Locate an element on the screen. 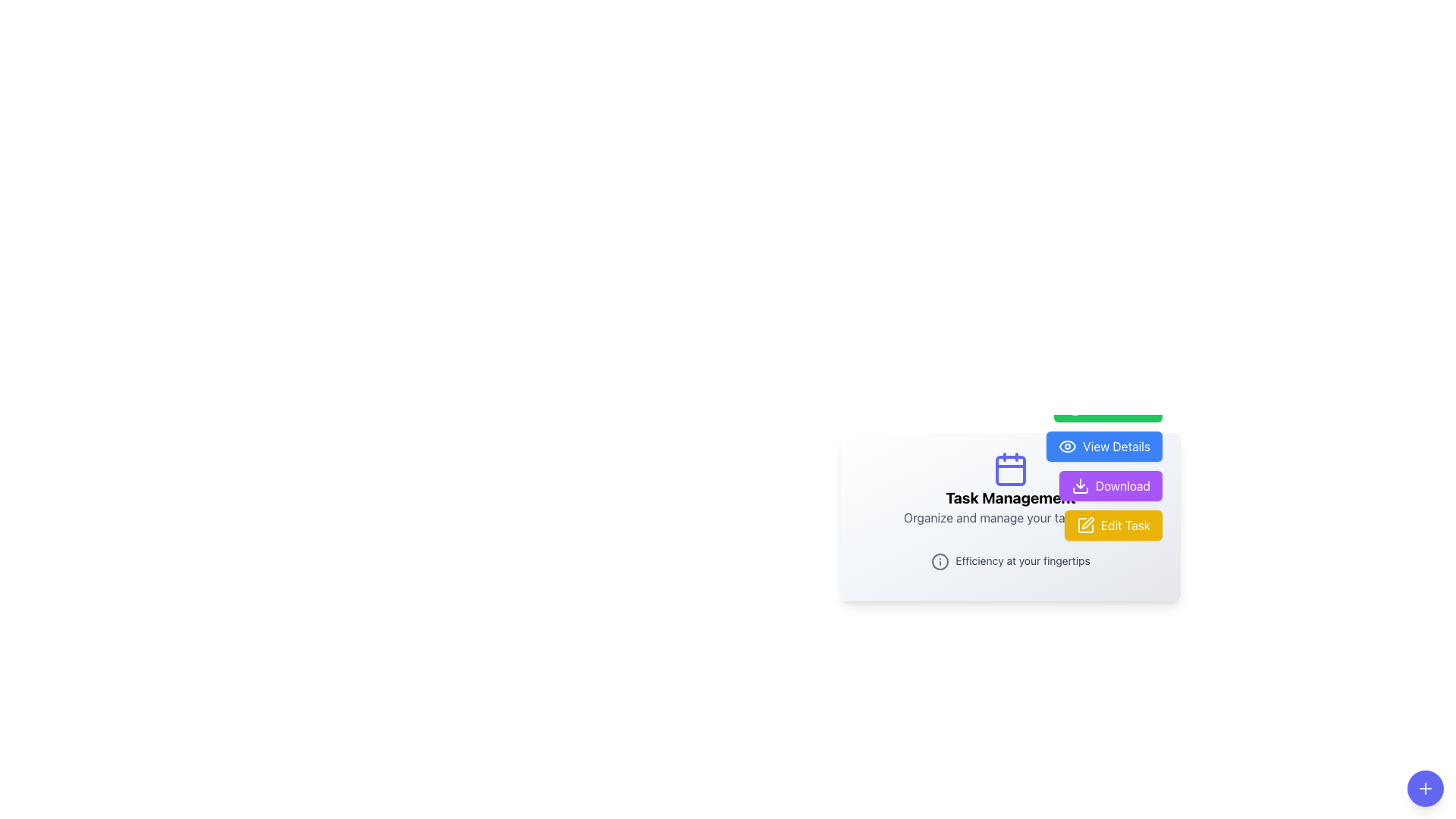 The width and height of the screenshot is (1456, 819). the green circular icon with a check mark inside, which is part of the 'Mark Done' button, located on the left side of the button's label is located at coordinates (1075, 406).